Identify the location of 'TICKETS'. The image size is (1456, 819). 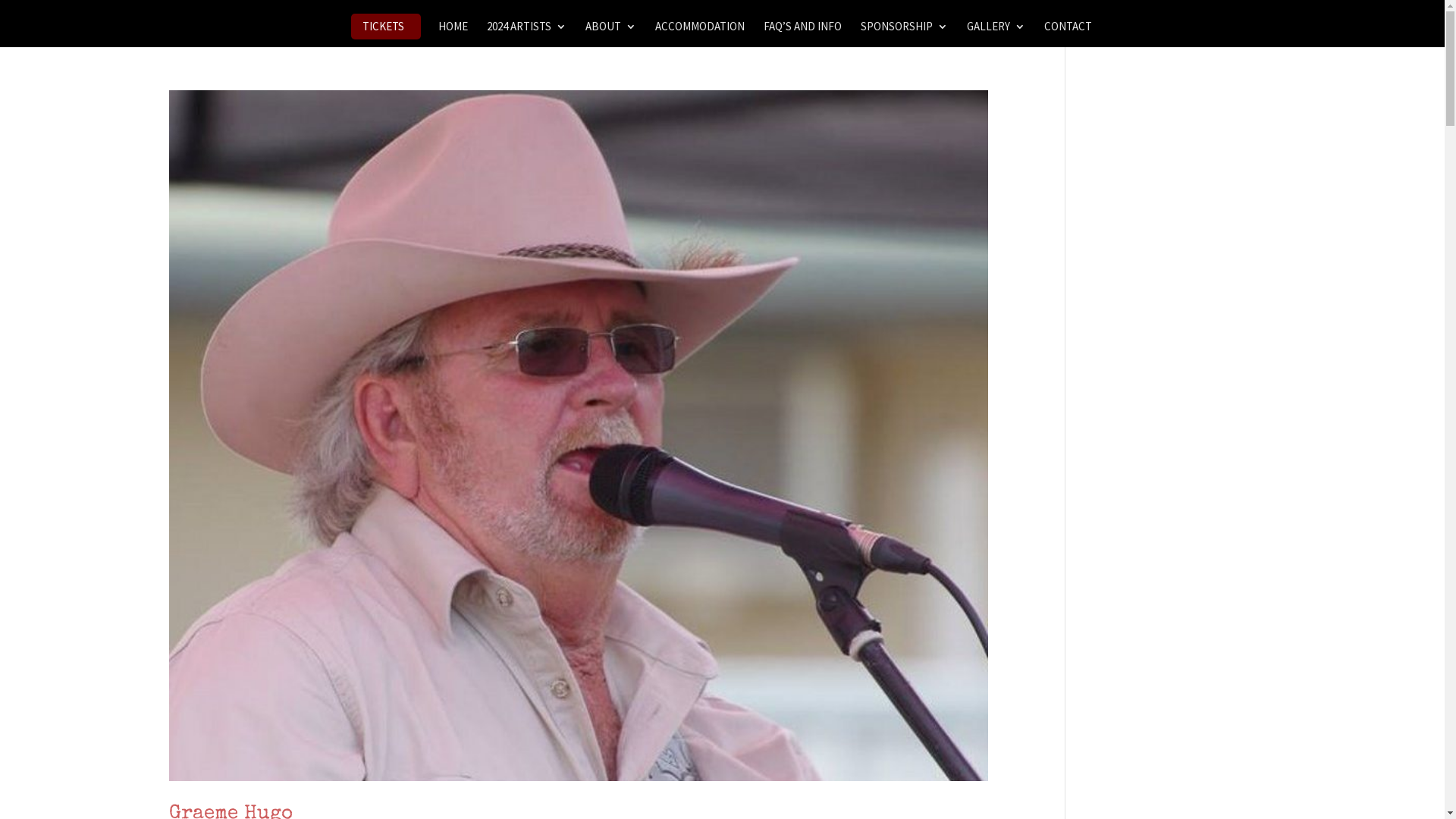
(378, 26).